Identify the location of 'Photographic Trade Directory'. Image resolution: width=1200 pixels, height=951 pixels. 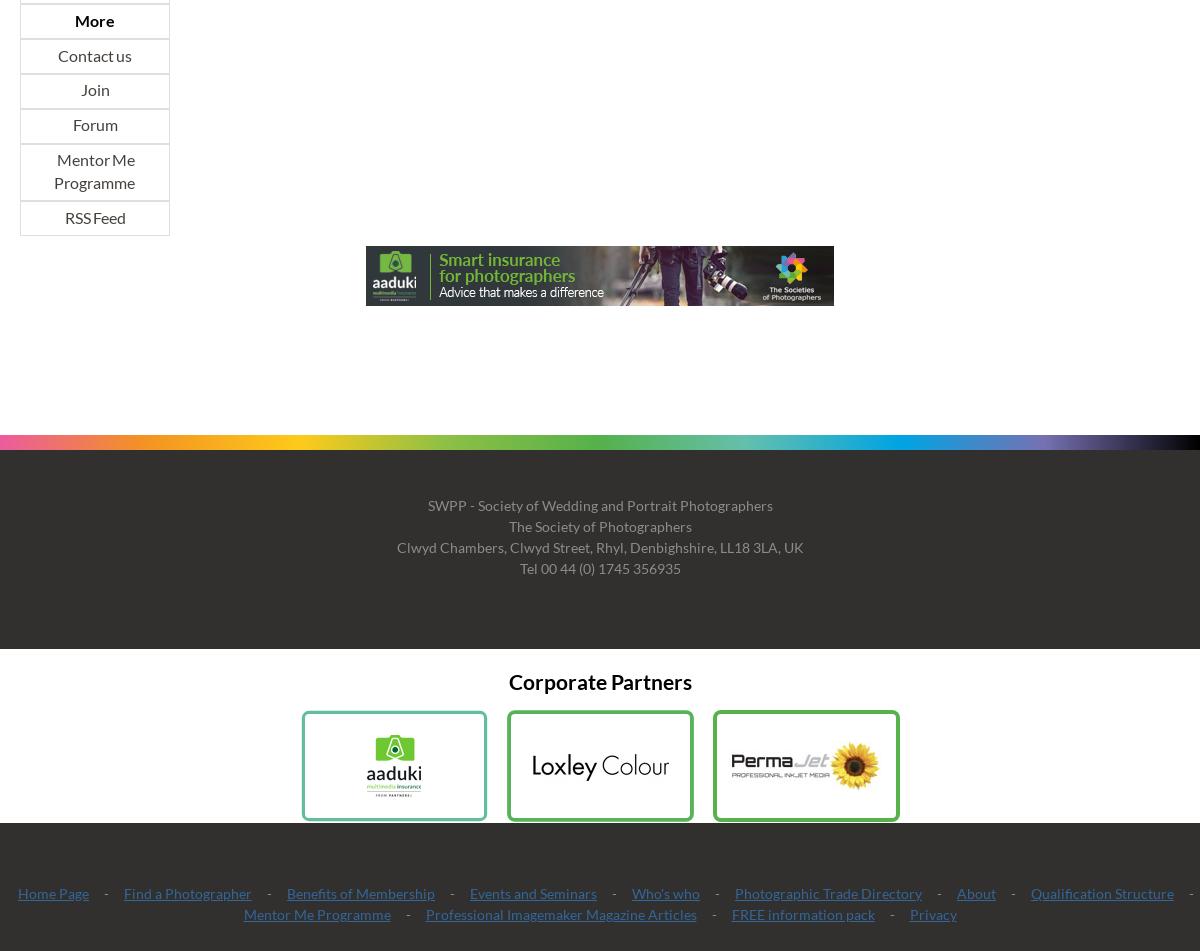
(827, 891).